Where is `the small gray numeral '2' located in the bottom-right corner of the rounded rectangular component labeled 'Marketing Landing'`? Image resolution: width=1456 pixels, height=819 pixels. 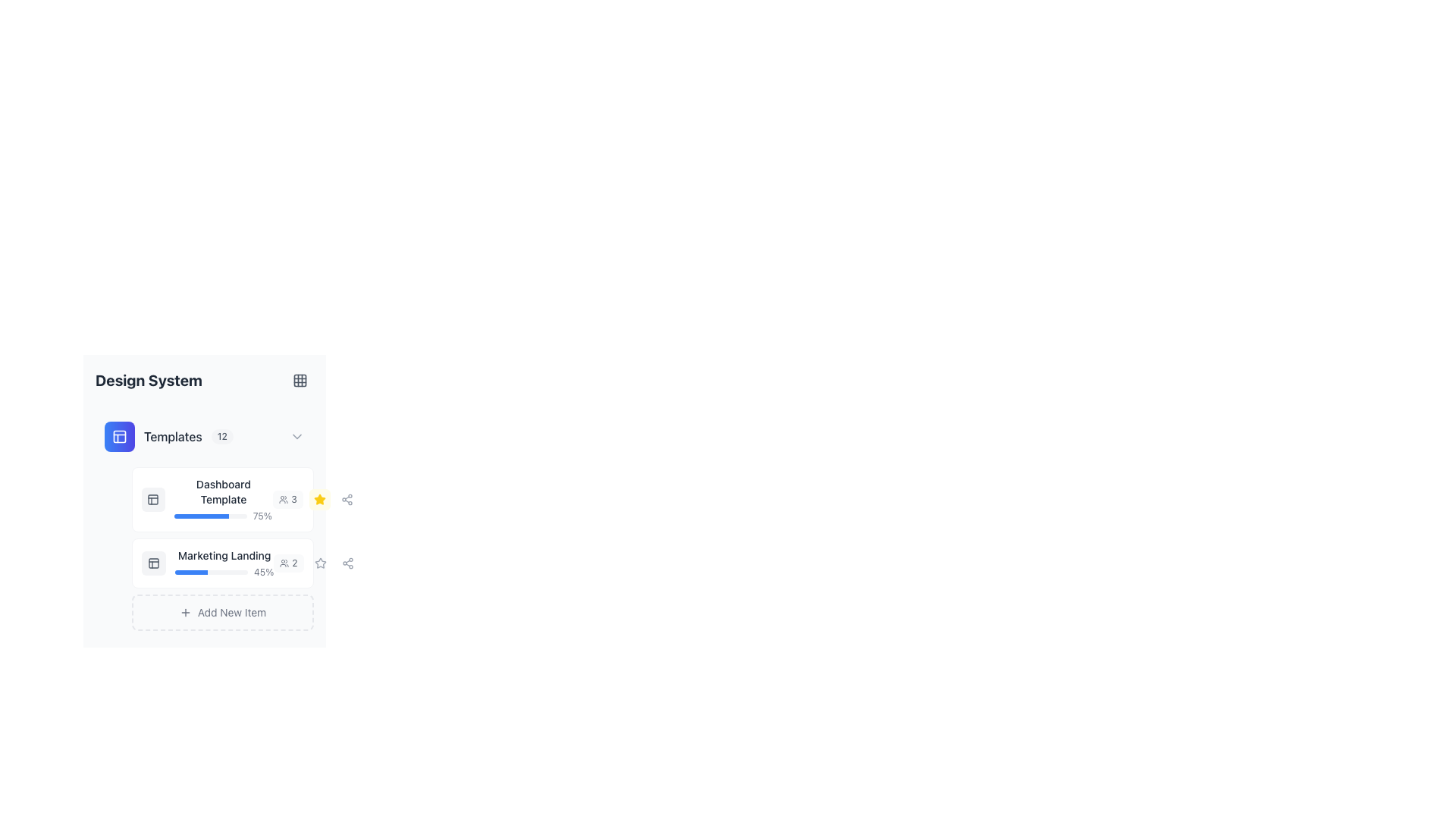
the small gray numeral '2' located in the bottom-right corner of the rounded rectangular component labeled 'Marketing Landing' is located at coordinates (294, 563).